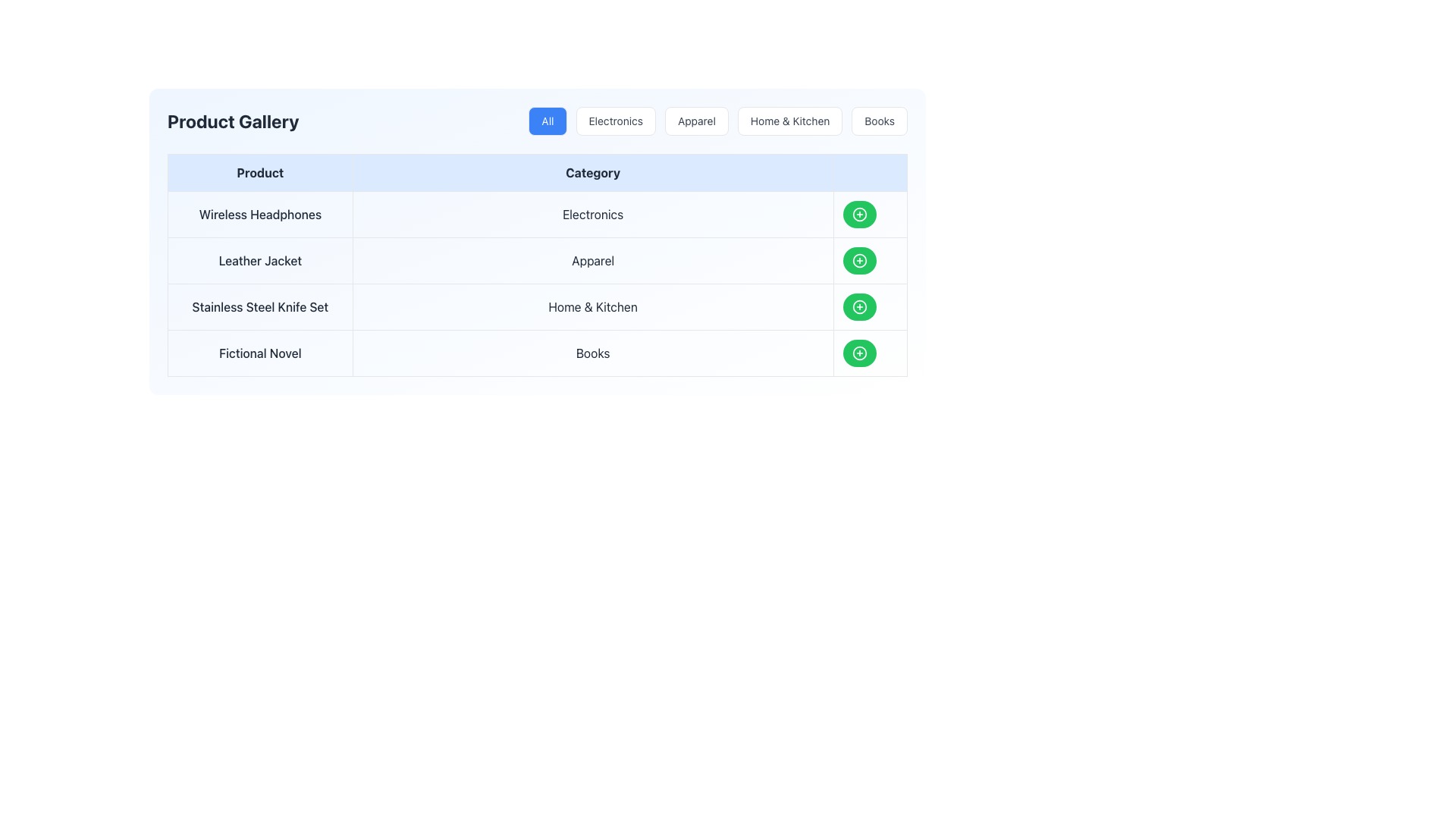 The image size is (1456, 819). Describe the element at coordinates (260, 353) in the screenshot. I see `the static text label displaying the product name 'Fictional Novel', which is the leftmost section of the last visible row in a table layout` at that location.